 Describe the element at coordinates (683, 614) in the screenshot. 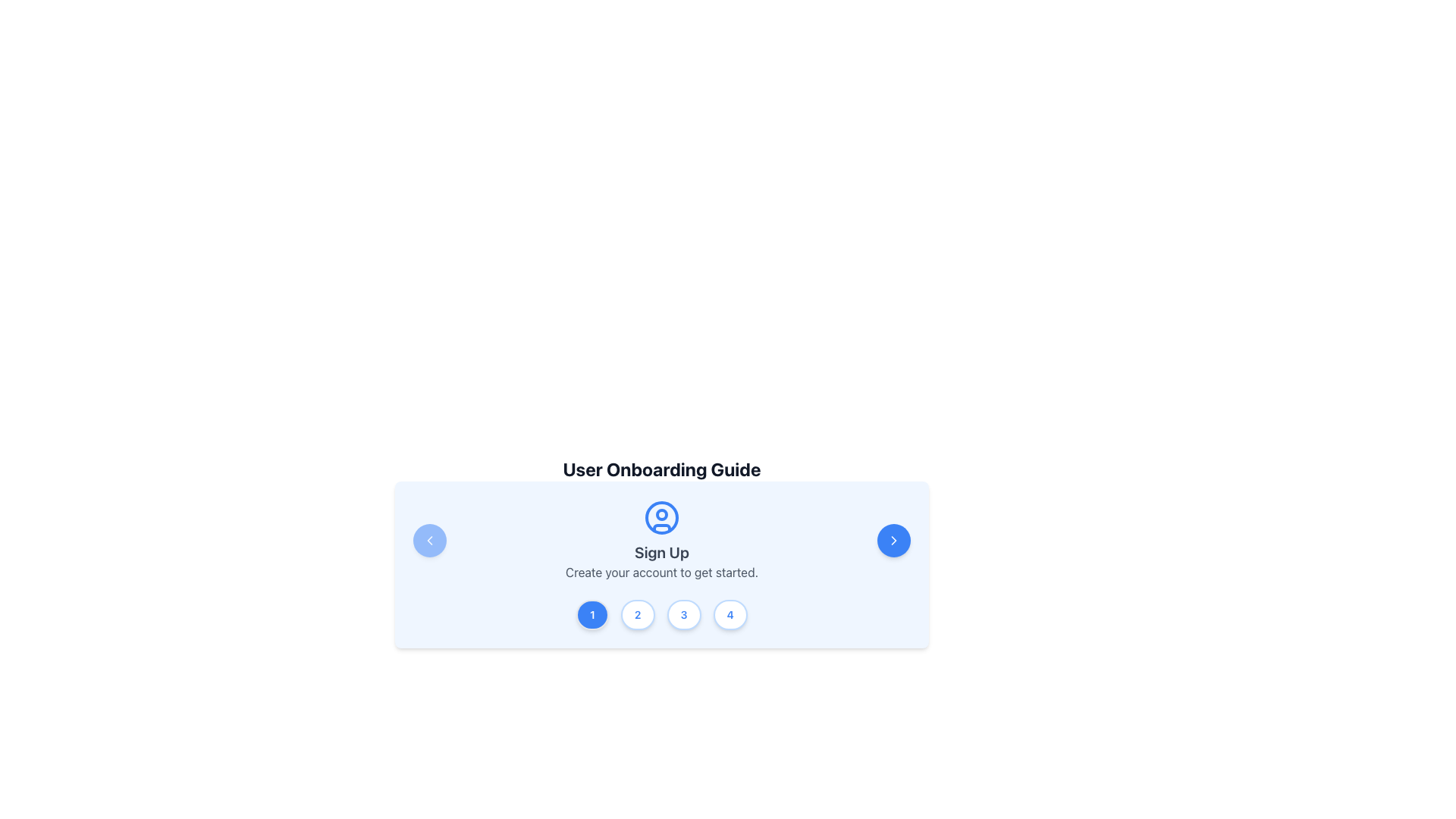

I see `the circular button labeled '3' with a blue font against a white background` at that location.